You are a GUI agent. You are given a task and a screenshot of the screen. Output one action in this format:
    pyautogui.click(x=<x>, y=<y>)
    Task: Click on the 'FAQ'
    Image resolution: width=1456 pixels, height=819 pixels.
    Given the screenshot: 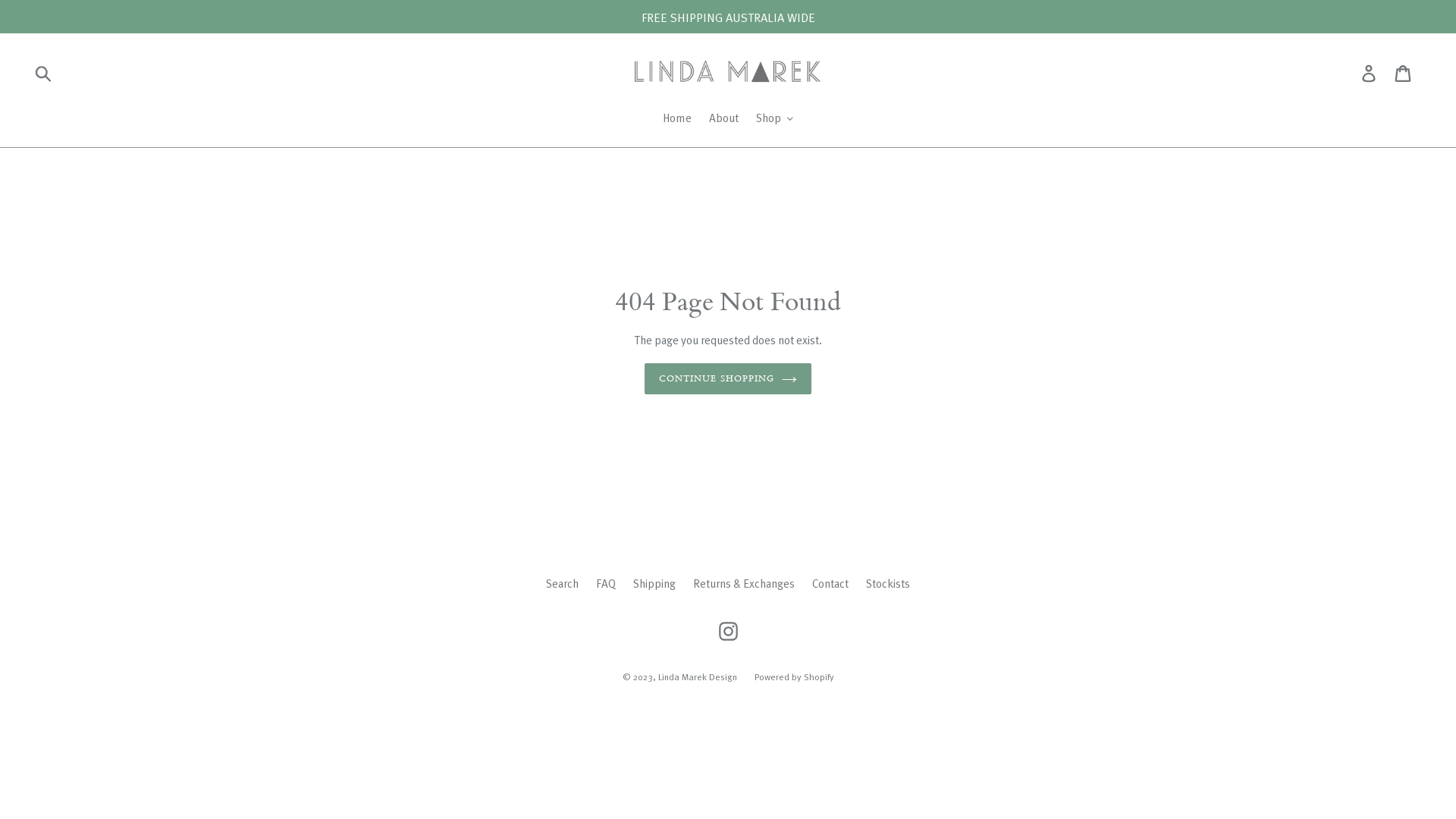 What is the action you would take?
    pyautogui.click(x=604, y=582)
    